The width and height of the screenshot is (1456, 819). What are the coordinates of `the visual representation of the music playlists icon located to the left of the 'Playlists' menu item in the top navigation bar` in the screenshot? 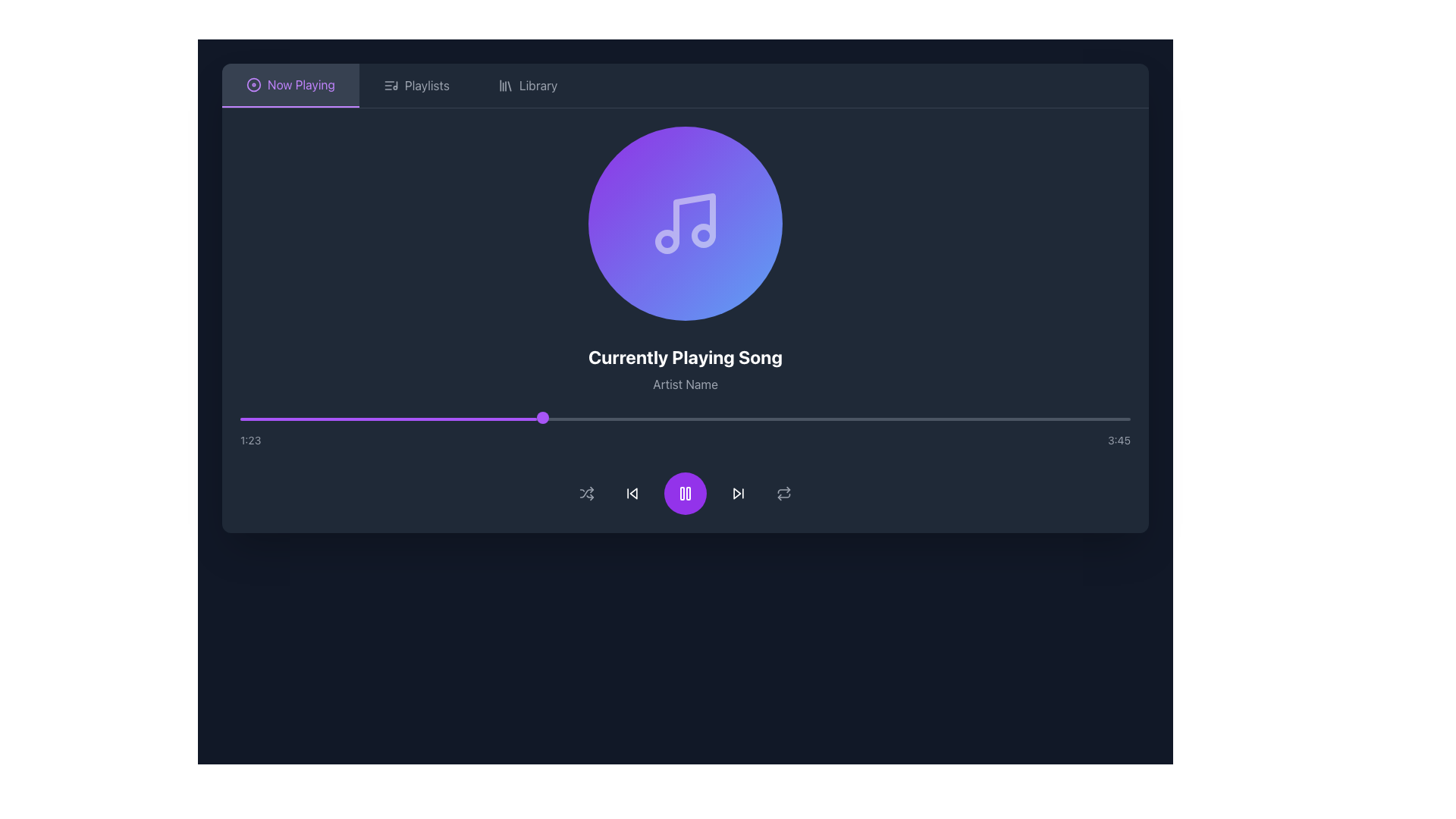 It's located at (391, 85).